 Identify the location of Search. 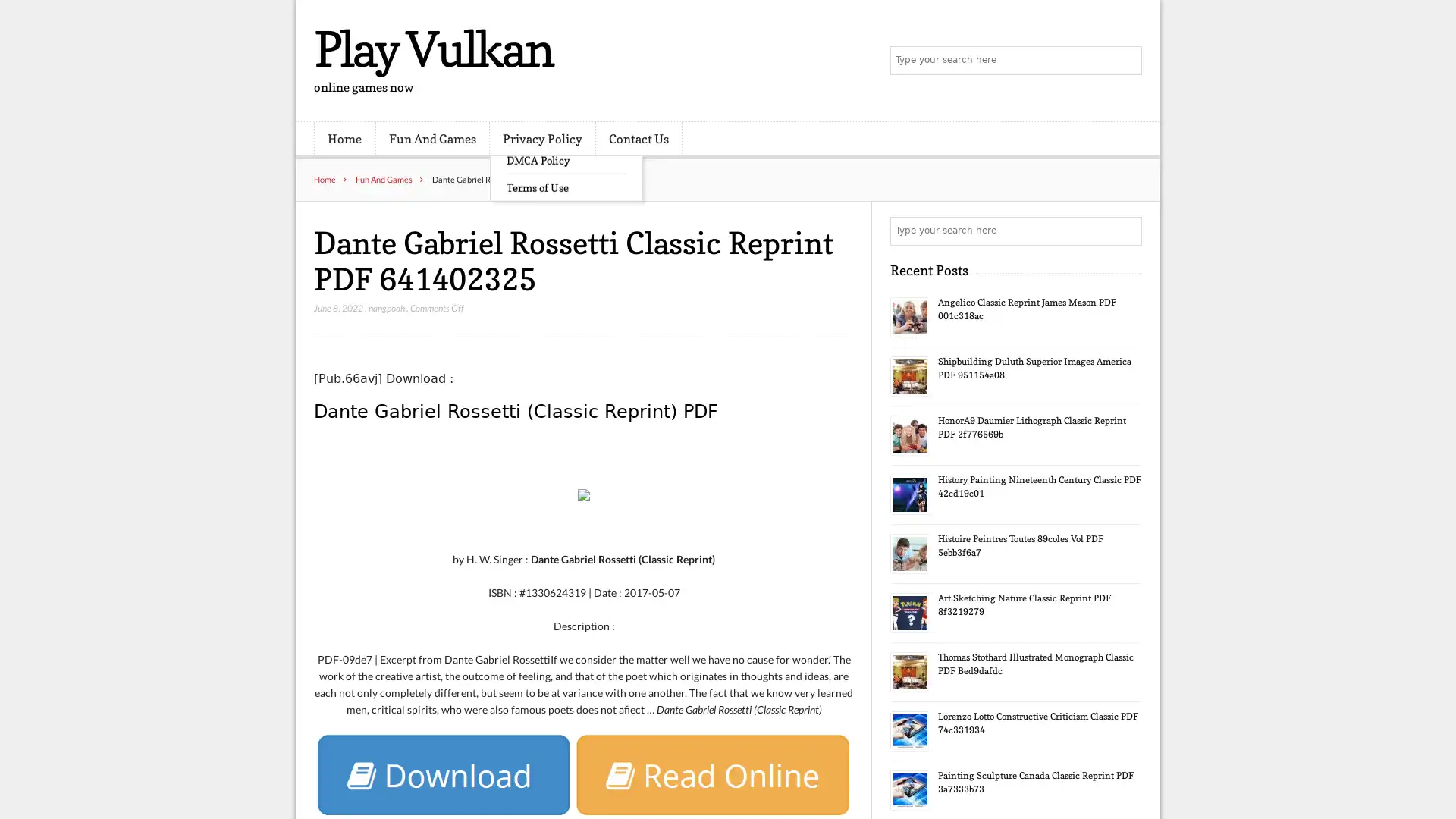
(1126, 231).